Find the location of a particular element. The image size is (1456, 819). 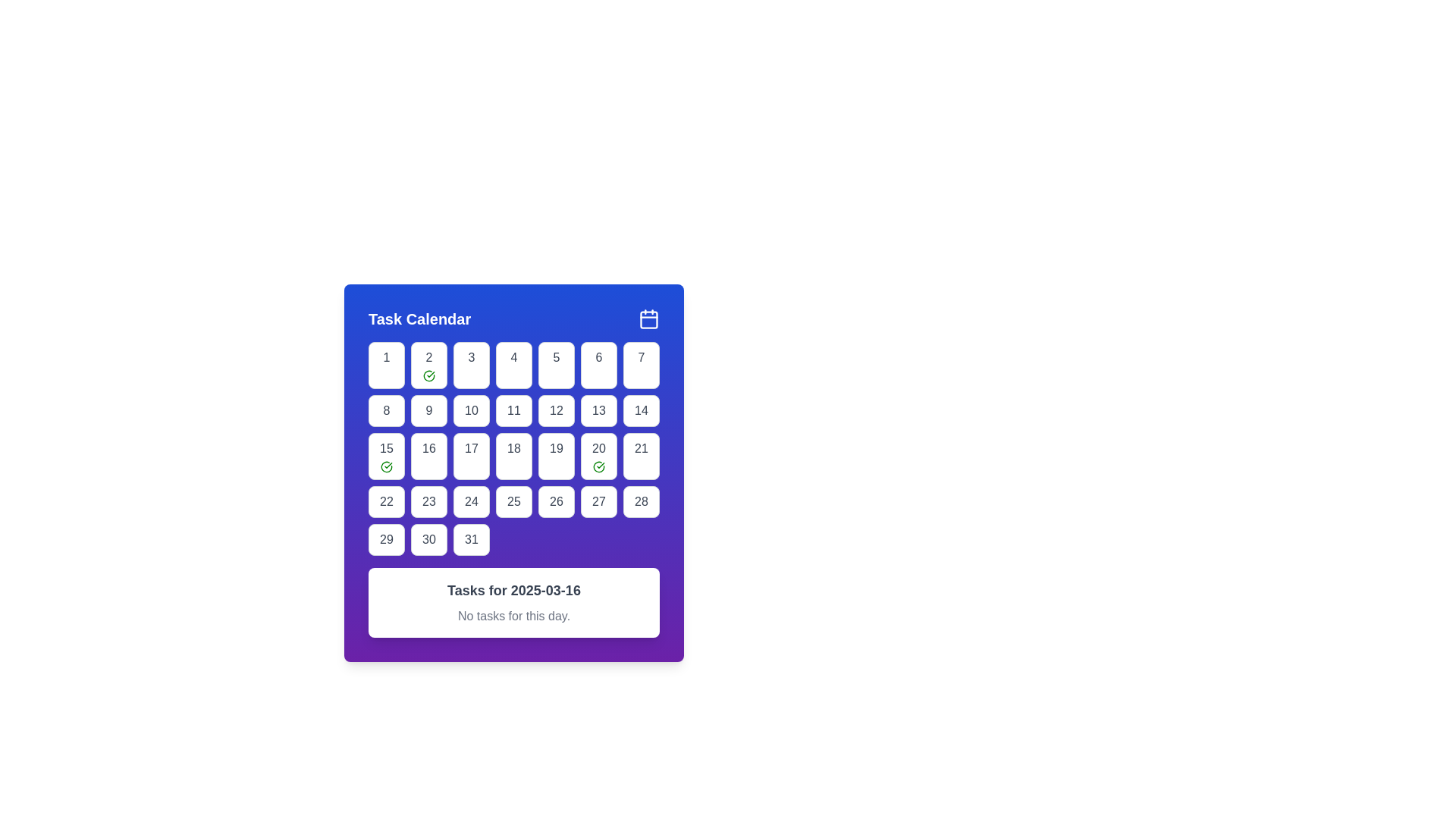

the Calendar date cell representing the 8th day of the month is located at coordinates (386, 411).